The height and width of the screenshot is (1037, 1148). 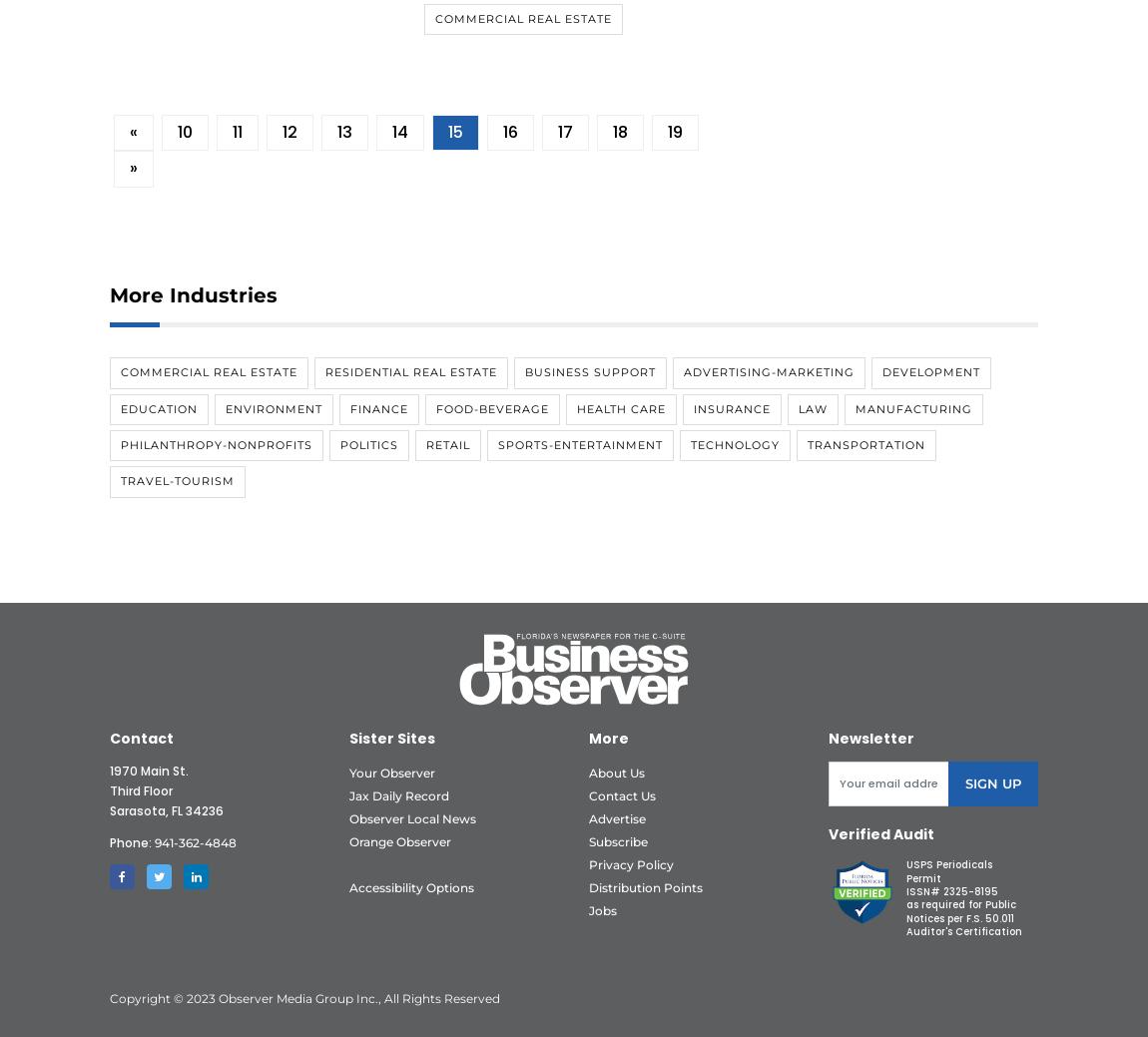 I want to click on 'Technology', so click(x=734, y=443).